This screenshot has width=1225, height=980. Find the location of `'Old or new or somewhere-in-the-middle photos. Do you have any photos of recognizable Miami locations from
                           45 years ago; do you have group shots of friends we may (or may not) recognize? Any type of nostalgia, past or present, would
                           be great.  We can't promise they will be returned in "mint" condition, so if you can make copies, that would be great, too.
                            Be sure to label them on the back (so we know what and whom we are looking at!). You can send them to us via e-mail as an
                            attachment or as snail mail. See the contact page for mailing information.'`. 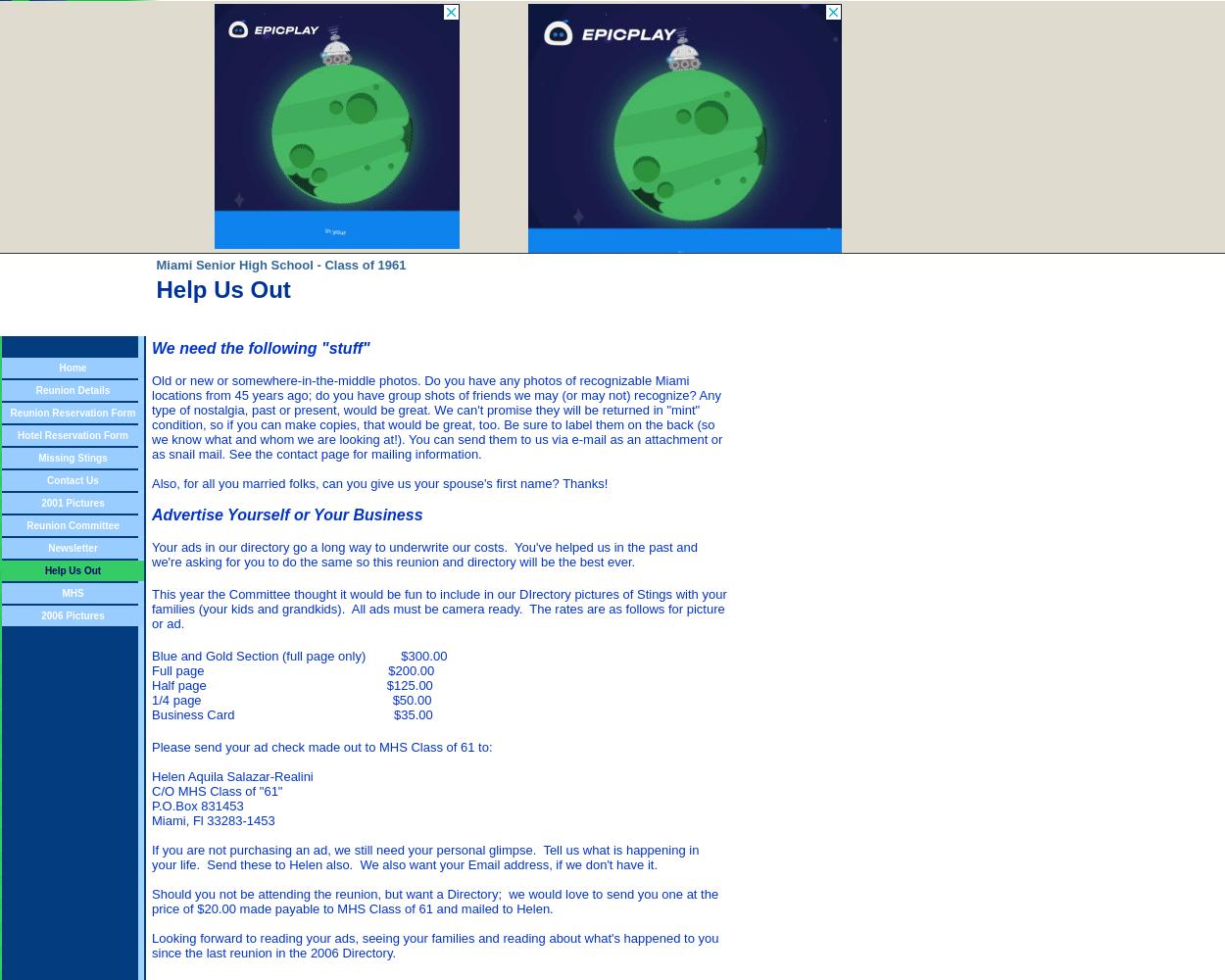

'Old or new or somewhere-in-the-middle photos. Do you have any photos of recognizable Miami locations from
                           45 years ago; do you have group shots of friends we may (or may not) recognize? Any type of nostalgia, past or present, would
                           be great.  We can't promise they will be returned in "mint" condition, so if you can make copies, that would be great, too.
                            Be sure to label them on the back (so we know what and whom we are looking at!). You can send them to us via e-mail as an
                            attachment or as snail mail. See the contact page for mailing information.' is located at coordinates (436, 417).